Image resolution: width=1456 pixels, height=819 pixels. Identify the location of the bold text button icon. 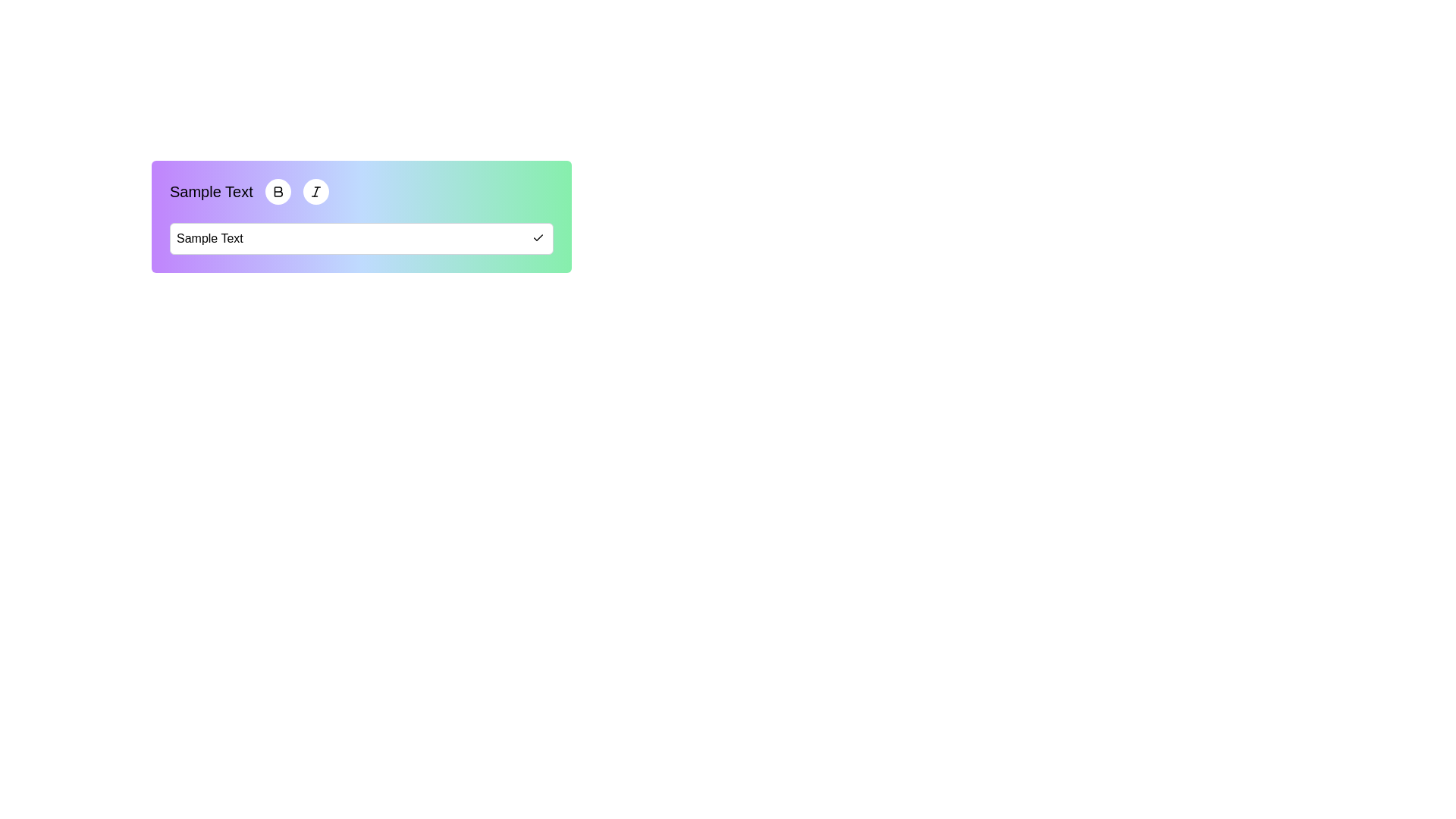
(278, 191).